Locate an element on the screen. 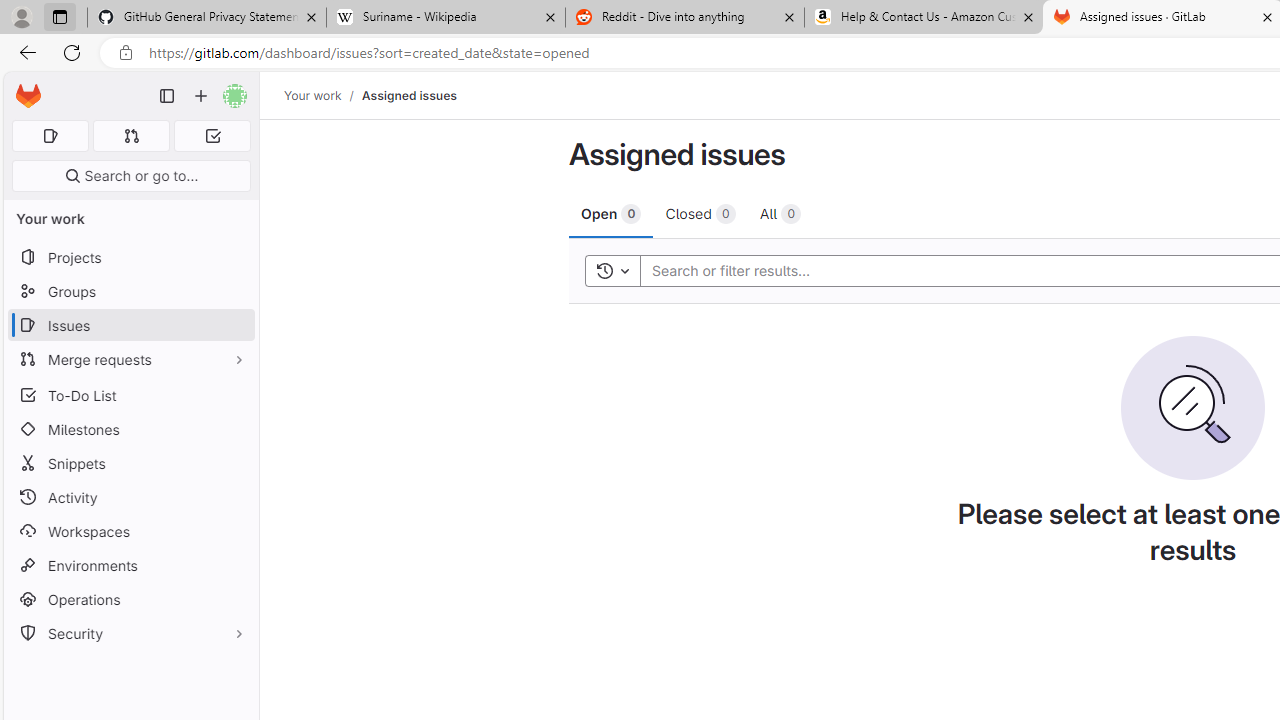 This screenshot has height=720, width=1280. 'Your work' is located at coordinates (311, 95).